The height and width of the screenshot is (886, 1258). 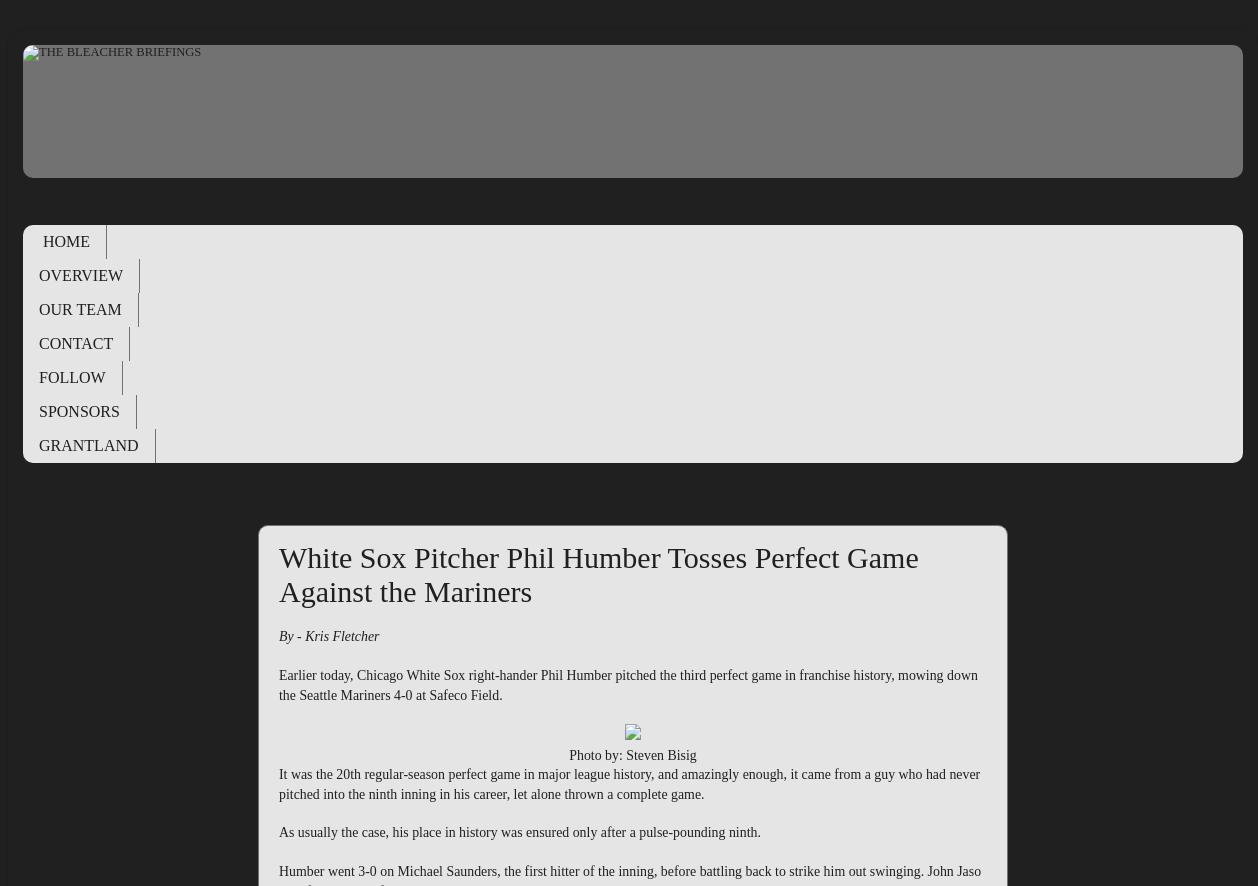 I want to click on 'SPONSORS', so click(x=38, y=409).